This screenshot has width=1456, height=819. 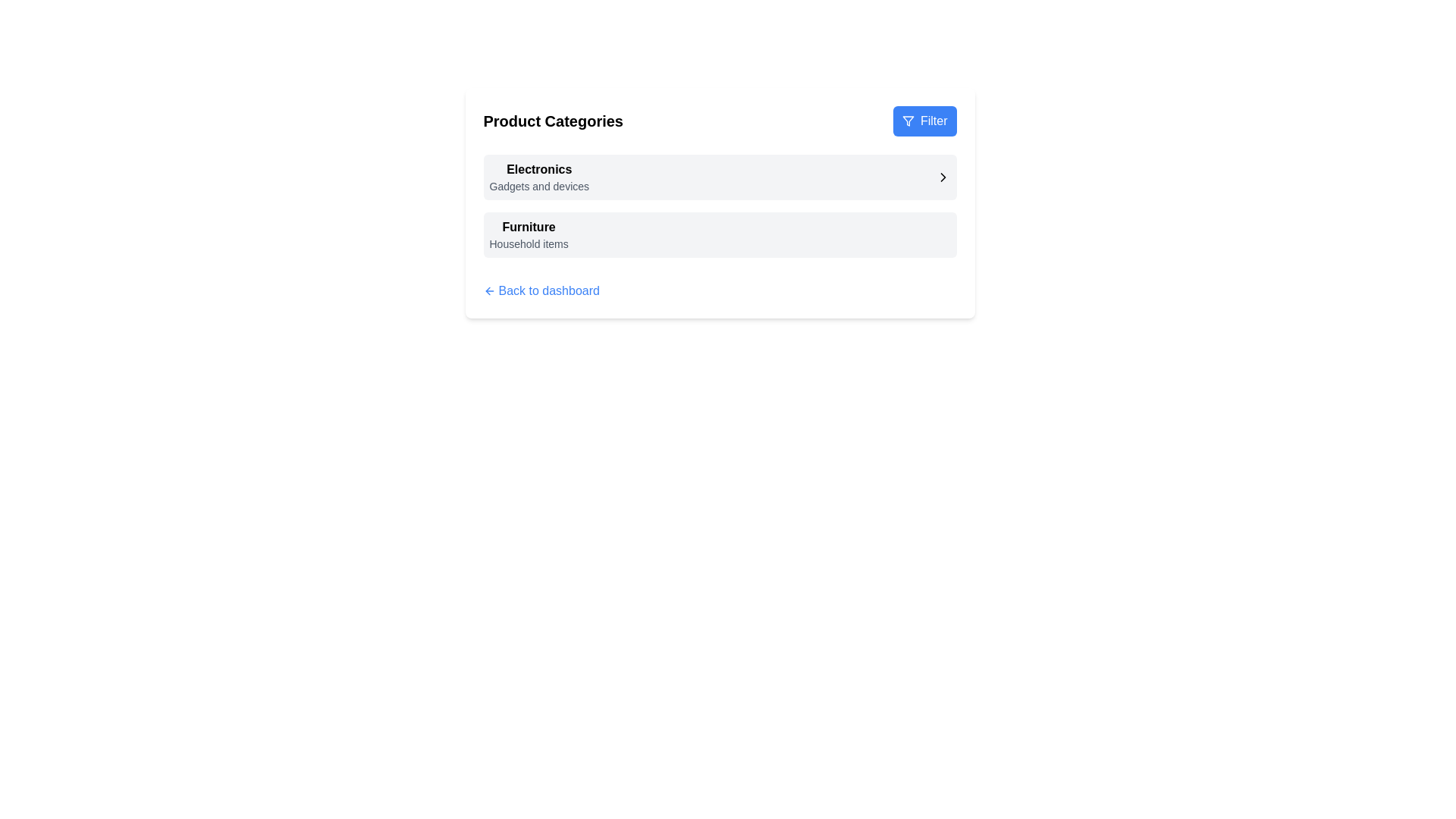 I want to click on the 'Filter' button located at the top-right corner of the 'Product Categories' section, so click(x=924, y=120).